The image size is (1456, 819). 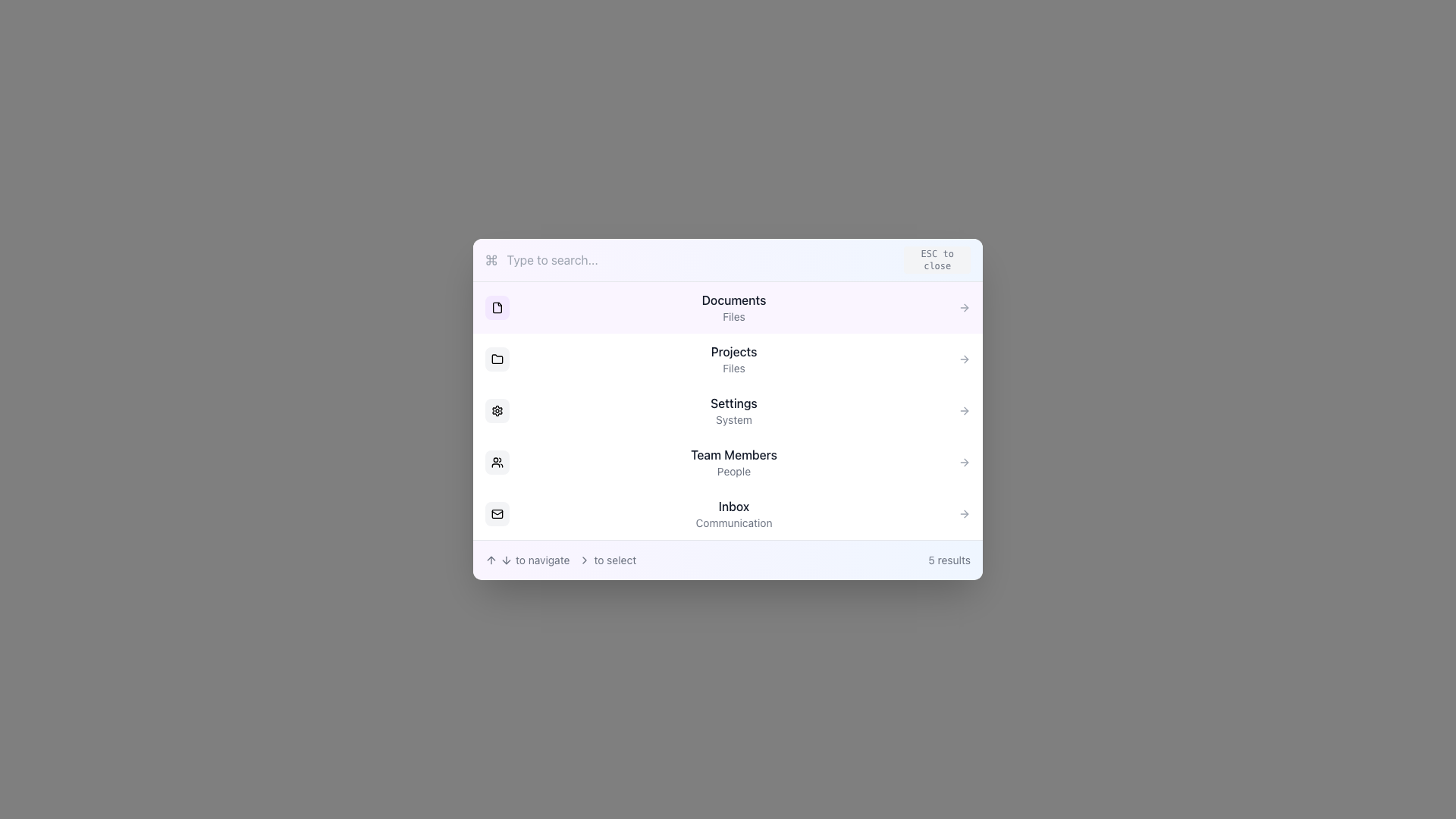 What do you see at coordinates (734, 454) in the screenshot?
I see `the text label indicating 'Team Members', which serves as a title for the section and is centrally positioned above the text 'People'` at bounding box center [734, 454].